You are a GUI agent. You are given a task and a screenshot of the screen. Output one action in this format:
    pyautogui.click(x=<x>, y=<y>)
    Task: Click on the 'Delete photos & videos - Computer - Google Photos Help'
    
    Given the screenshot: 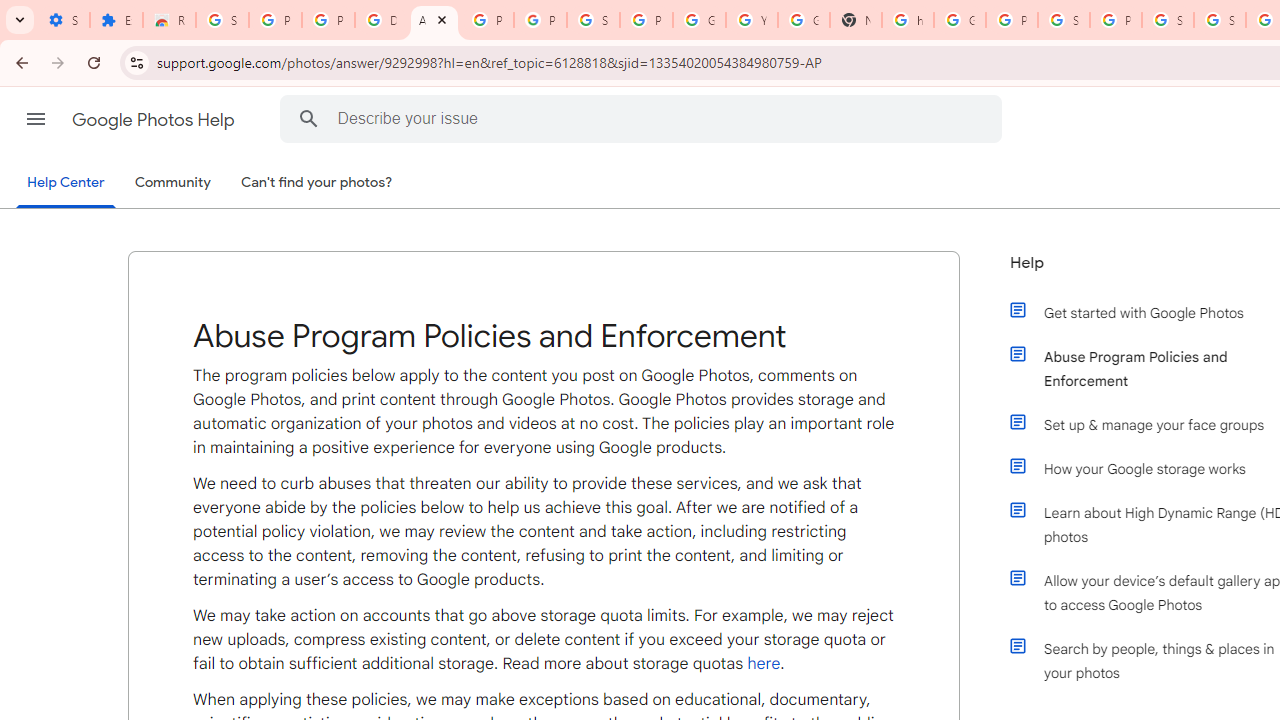 What is the action you would take?
    pyautogui.click(x=381, y=20)
    